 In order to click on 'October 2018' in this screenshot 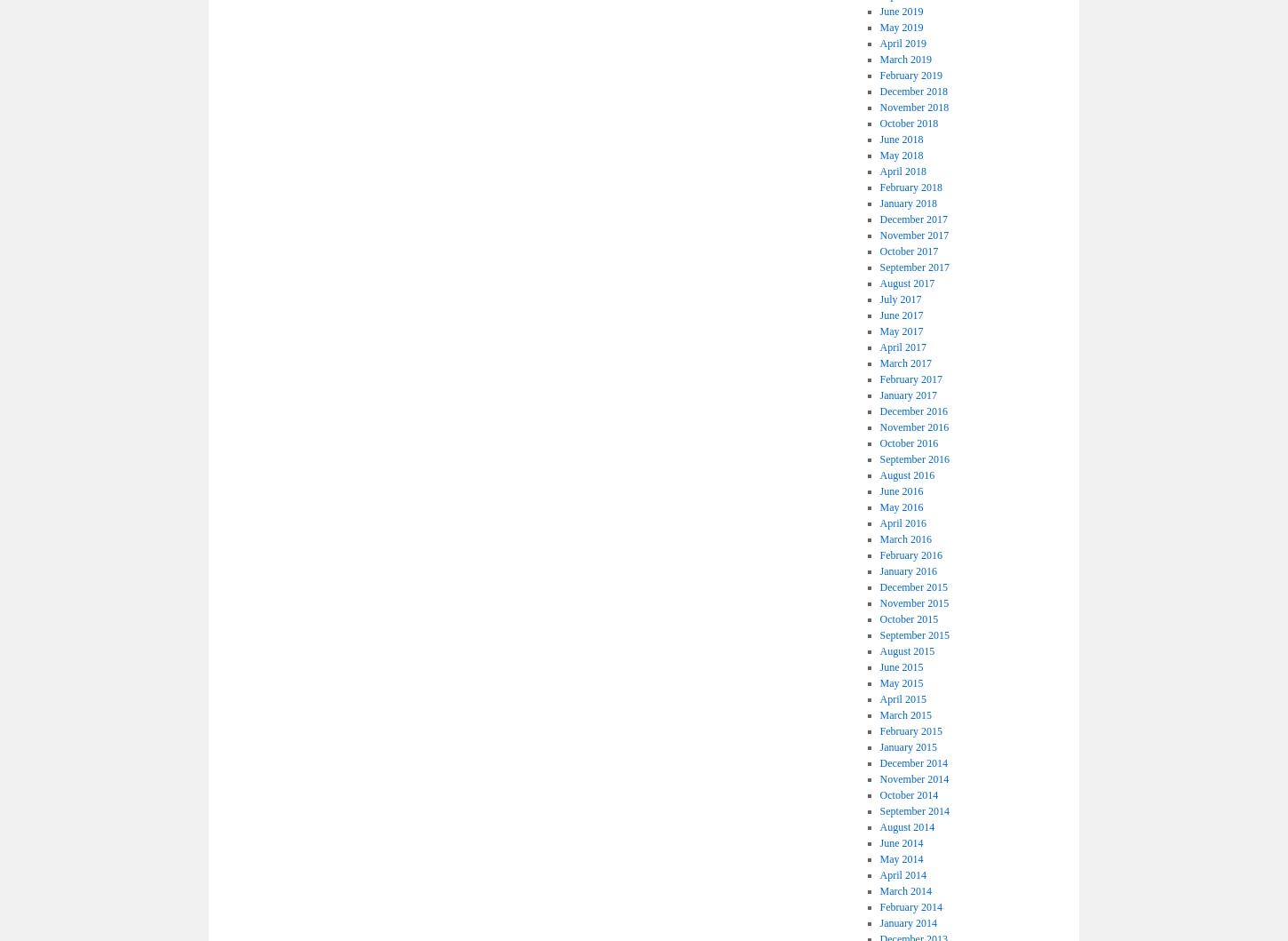, I will do `click(908, 123)`.